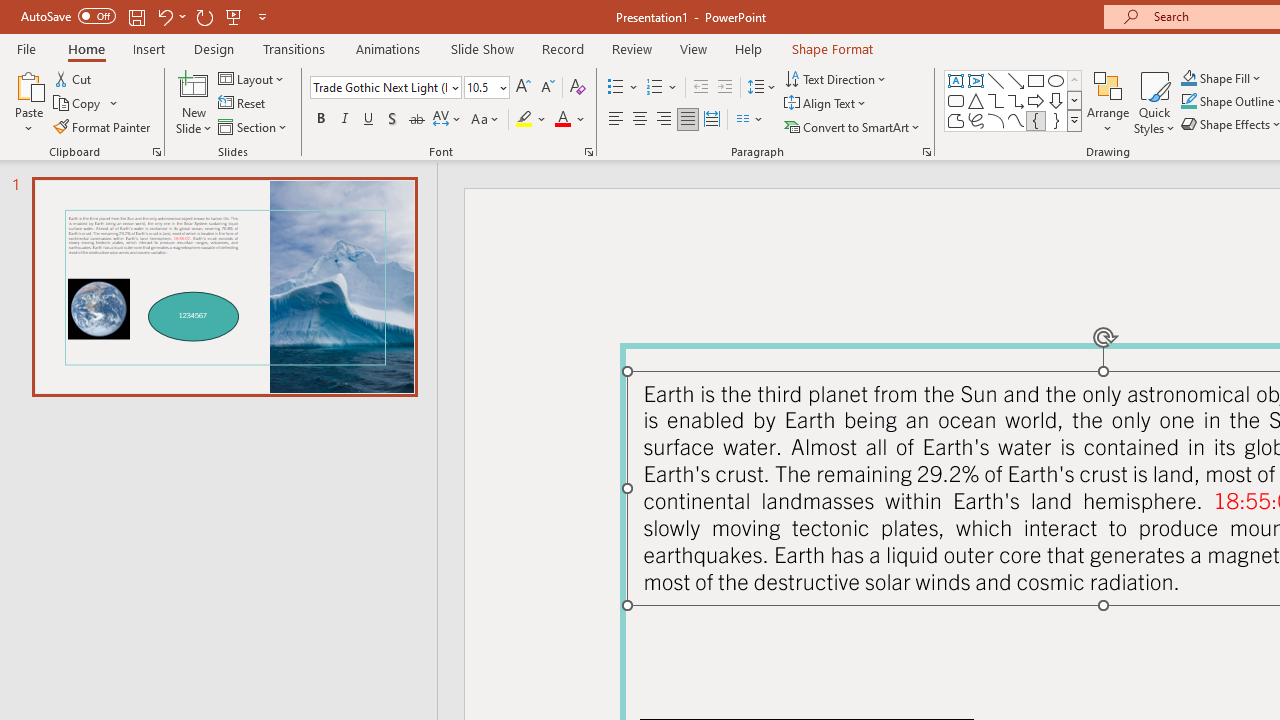 The width and height of the screenshot is (1280, 720). What do you see at coordinates (320, 119) in the screenshot?
I see `'Bold'` at bounding box center [320, 119].